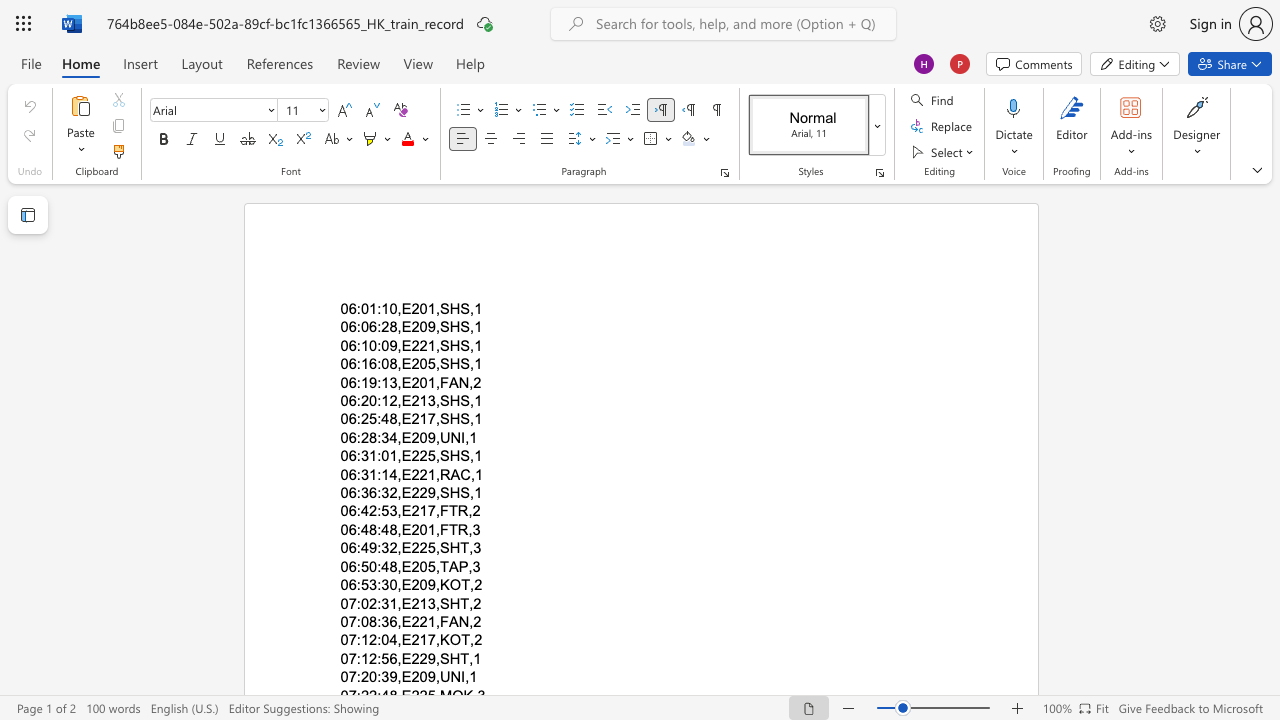 The height and width of the screenshot is (720, 1280). Describe the element at coordinates (418, 326) in the screenshot. I see `the subset text "09,SHS,1" within the text "06:06:28,E209,SHS,1"` at that location.